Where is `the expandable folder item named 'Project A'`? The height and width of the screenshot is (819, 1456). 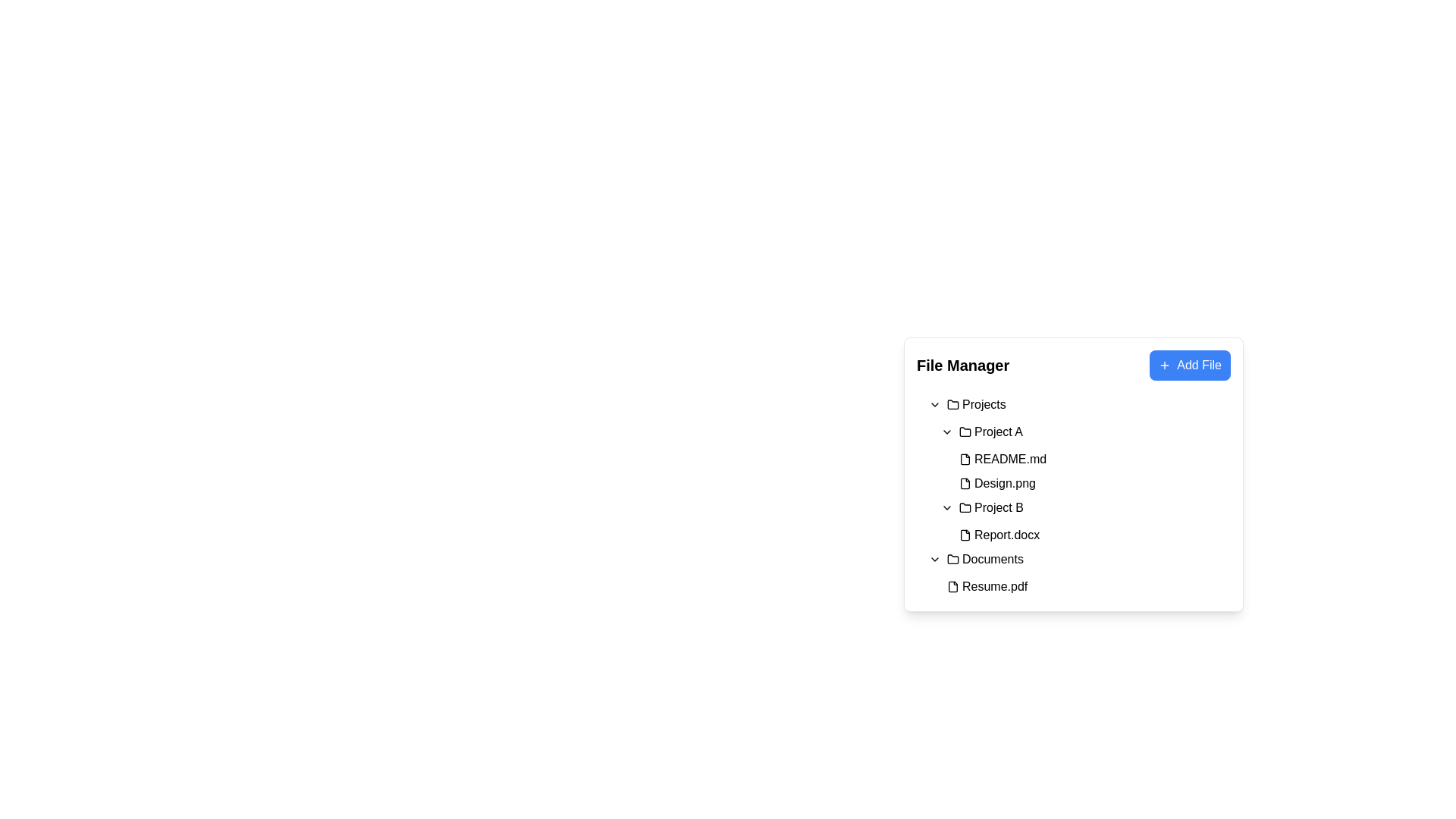 the expandable folder item named 'Project A' is located at coordinates (1084, 432).